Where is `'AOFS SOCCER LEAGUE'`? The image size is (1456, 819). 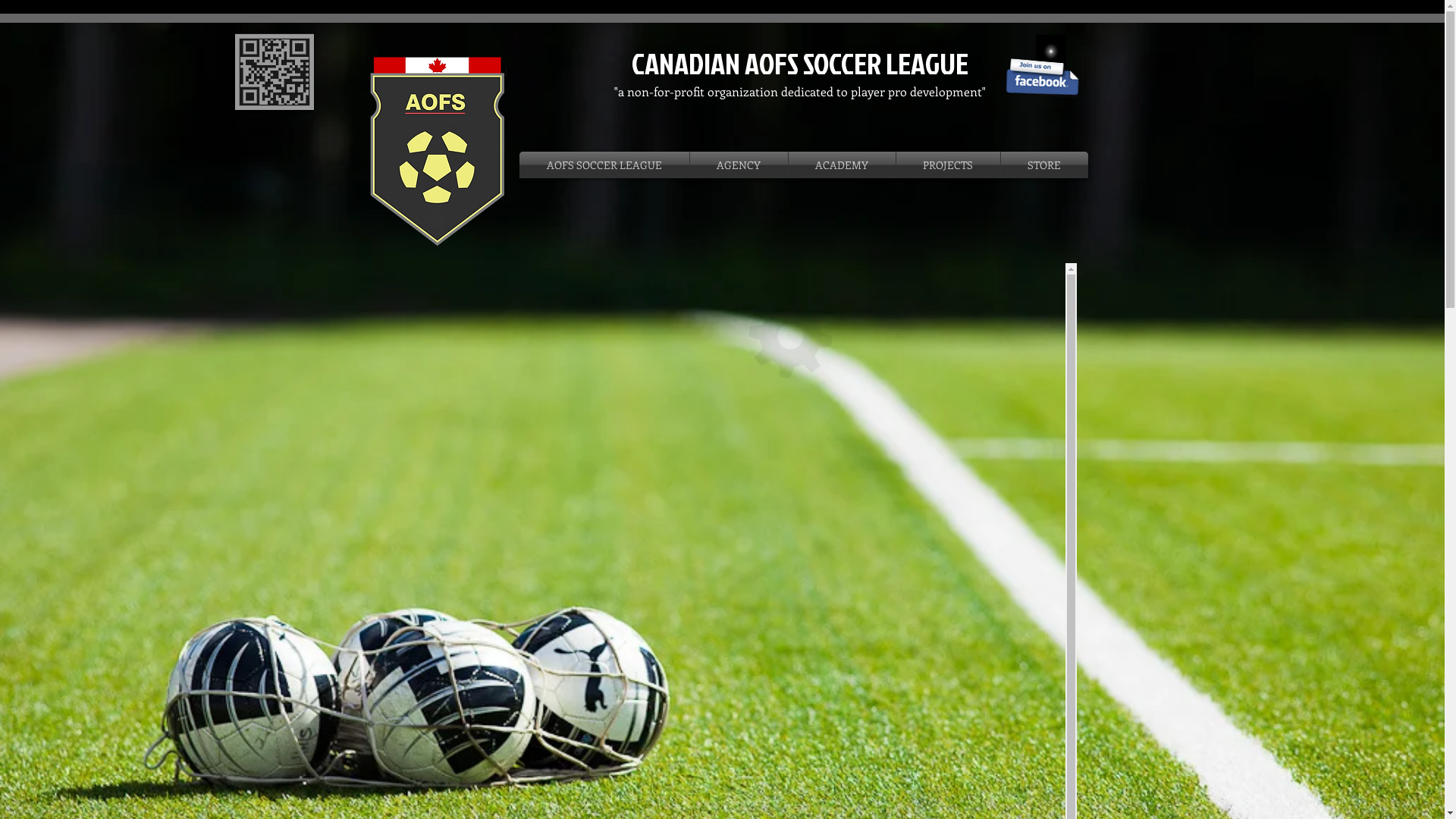 'AOFS SOCCER LEAGUE' is located at coordinates (603, 165).